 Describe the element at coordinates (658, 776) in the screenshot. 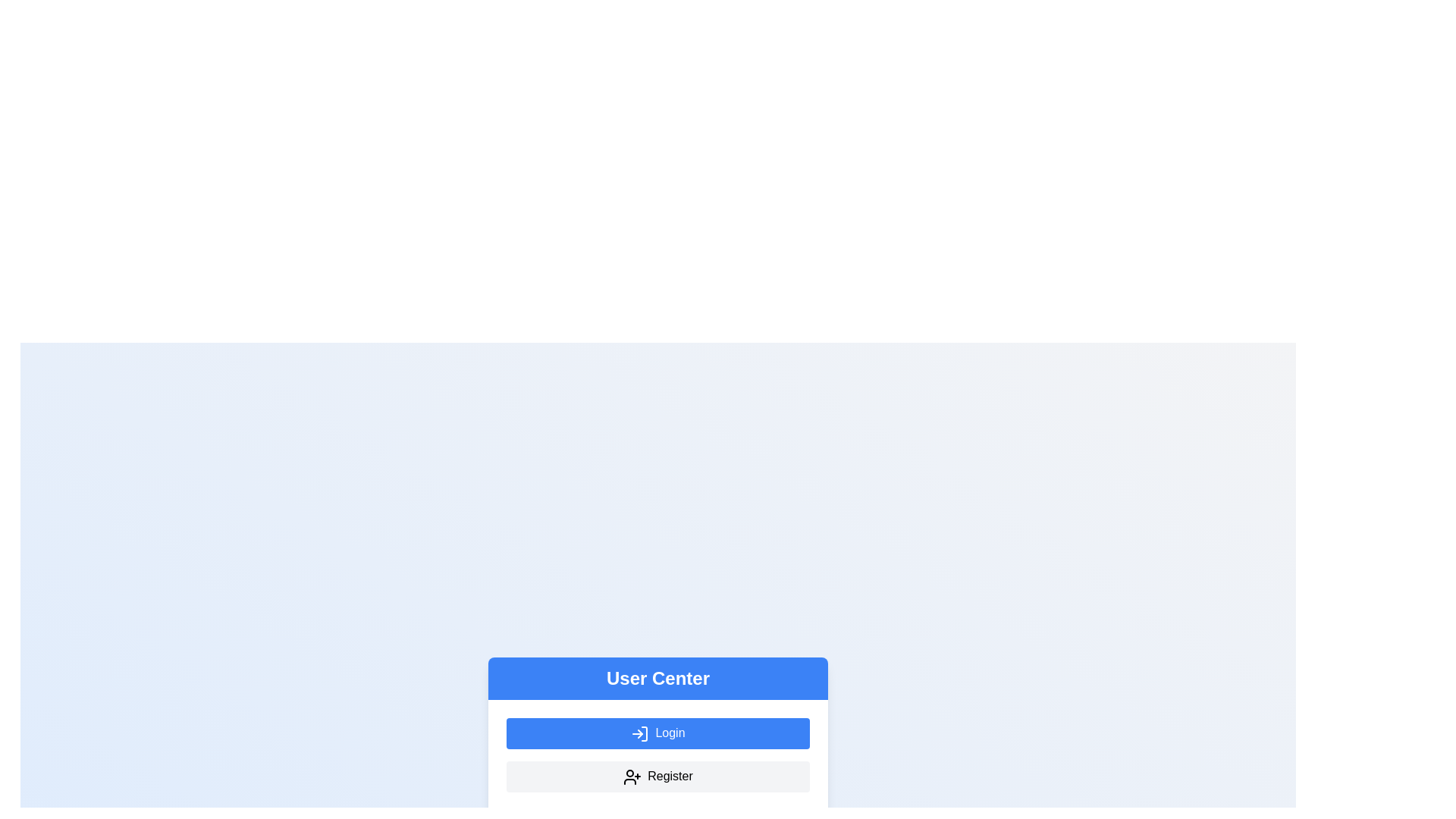

I see `the 'Register' button with a light gray background and user add icon` at that location.